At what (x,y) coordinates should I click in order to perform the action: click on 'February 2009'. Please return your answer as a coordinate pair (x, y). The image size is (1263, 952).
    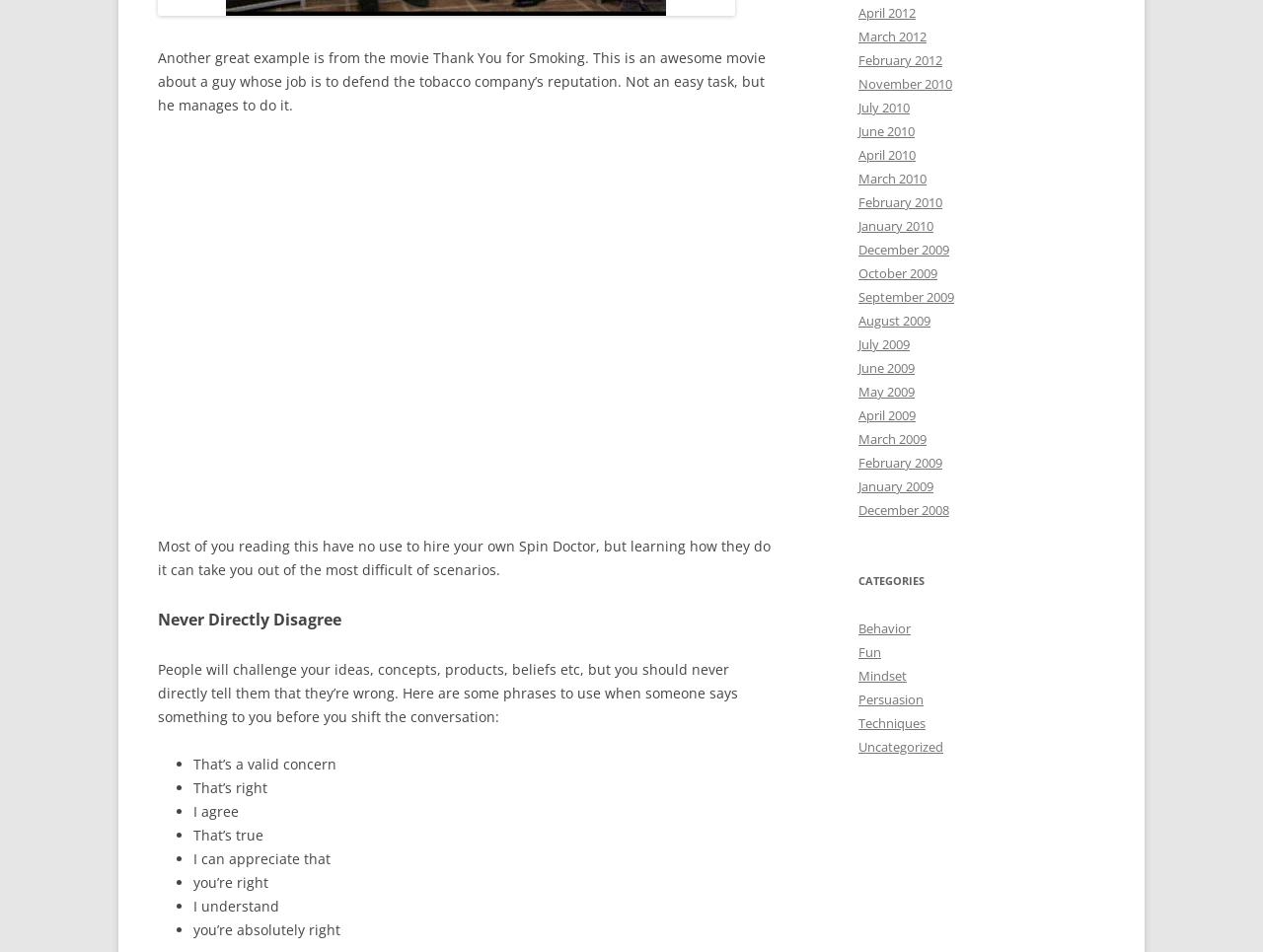
    Looking at the image, I should click on (899, 461).